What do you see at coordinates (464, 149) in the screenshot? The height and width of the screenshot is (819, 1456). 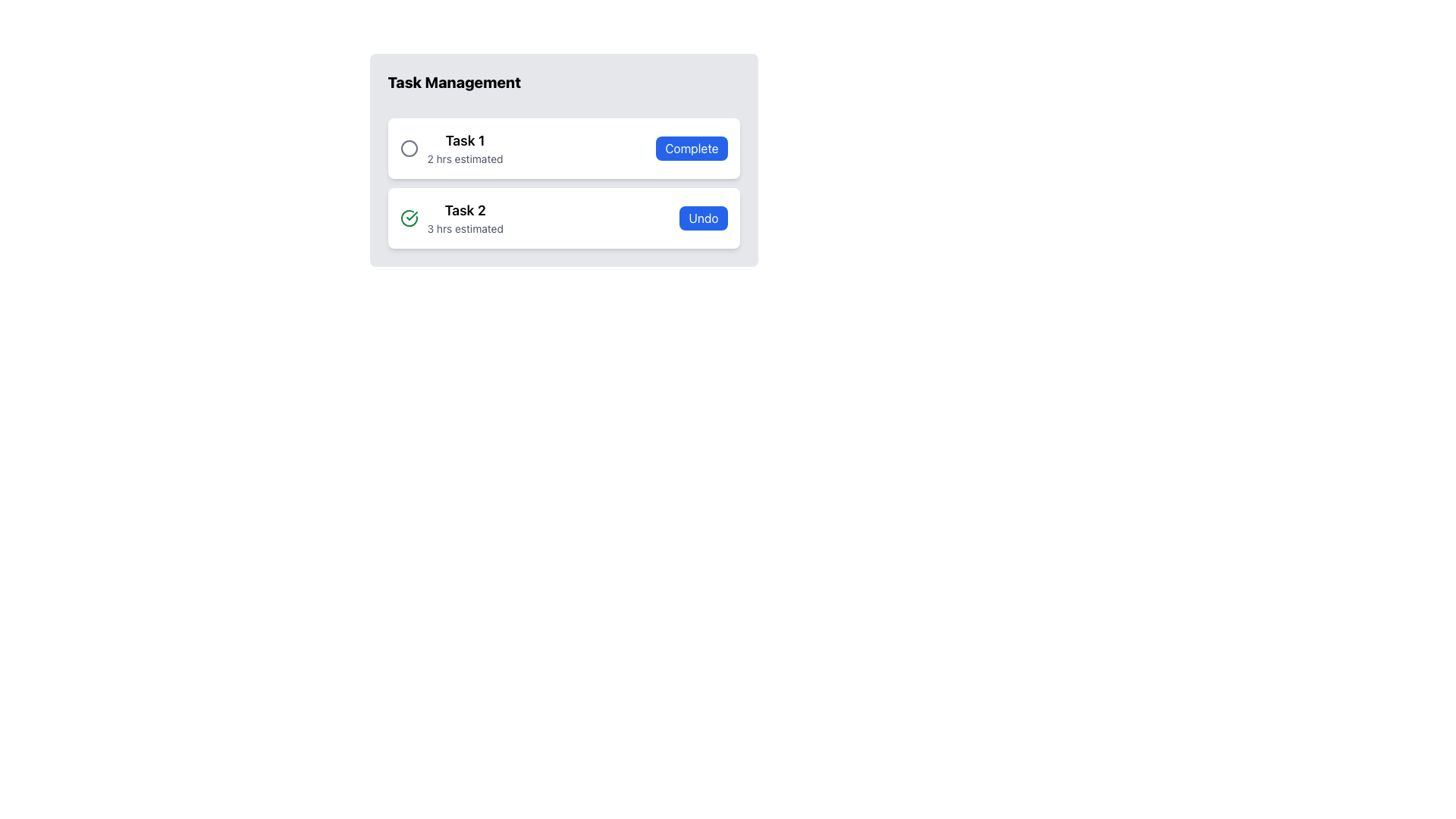 I see `the text label 'Task 1' which is in bold and displays '2 hrs estimated' underneath, located in the 'Task Management' section as part of the top task item` at bounding box center [464, 149].